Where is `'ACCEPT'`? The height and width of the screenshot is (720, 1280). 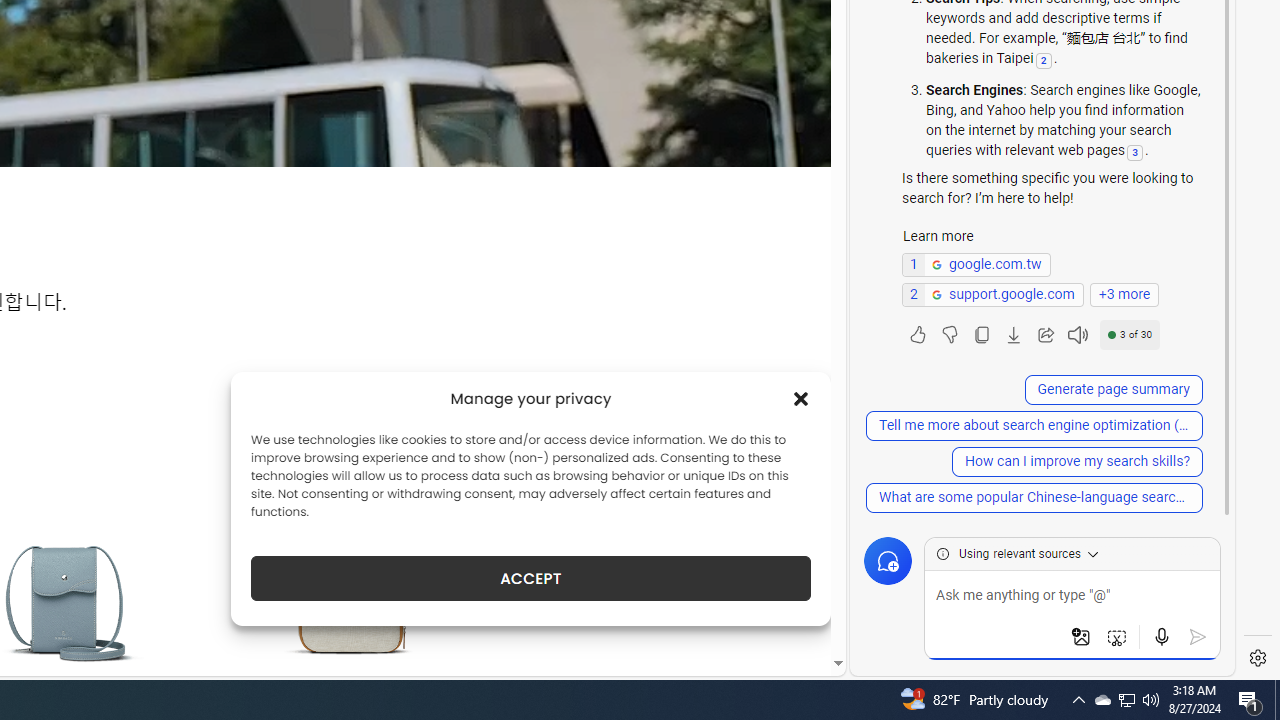 'ACCEPT' is located at coordinates (531, 578).